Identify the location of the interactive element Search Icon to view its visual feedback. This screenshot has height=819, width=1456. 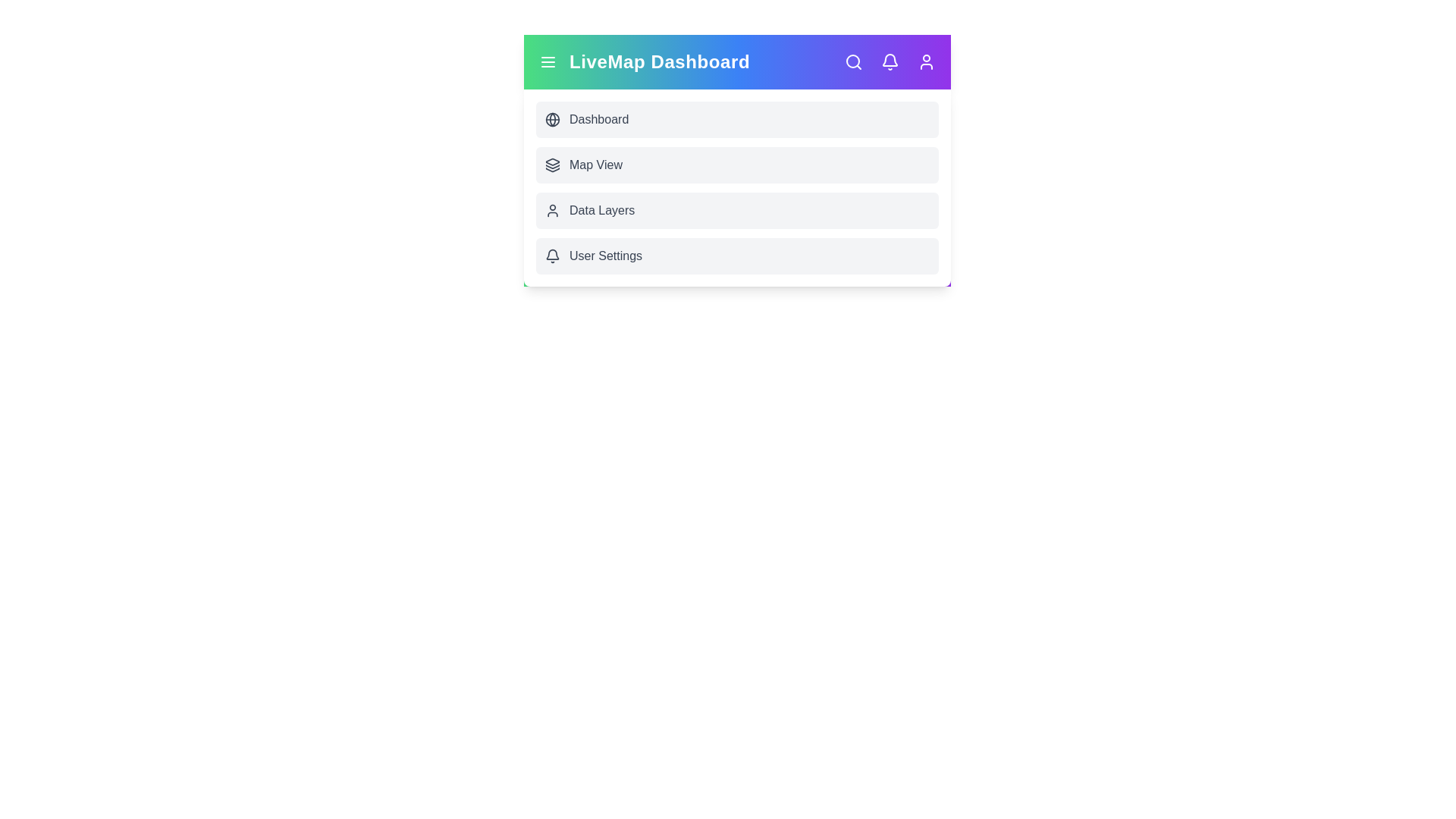
(854, 61).